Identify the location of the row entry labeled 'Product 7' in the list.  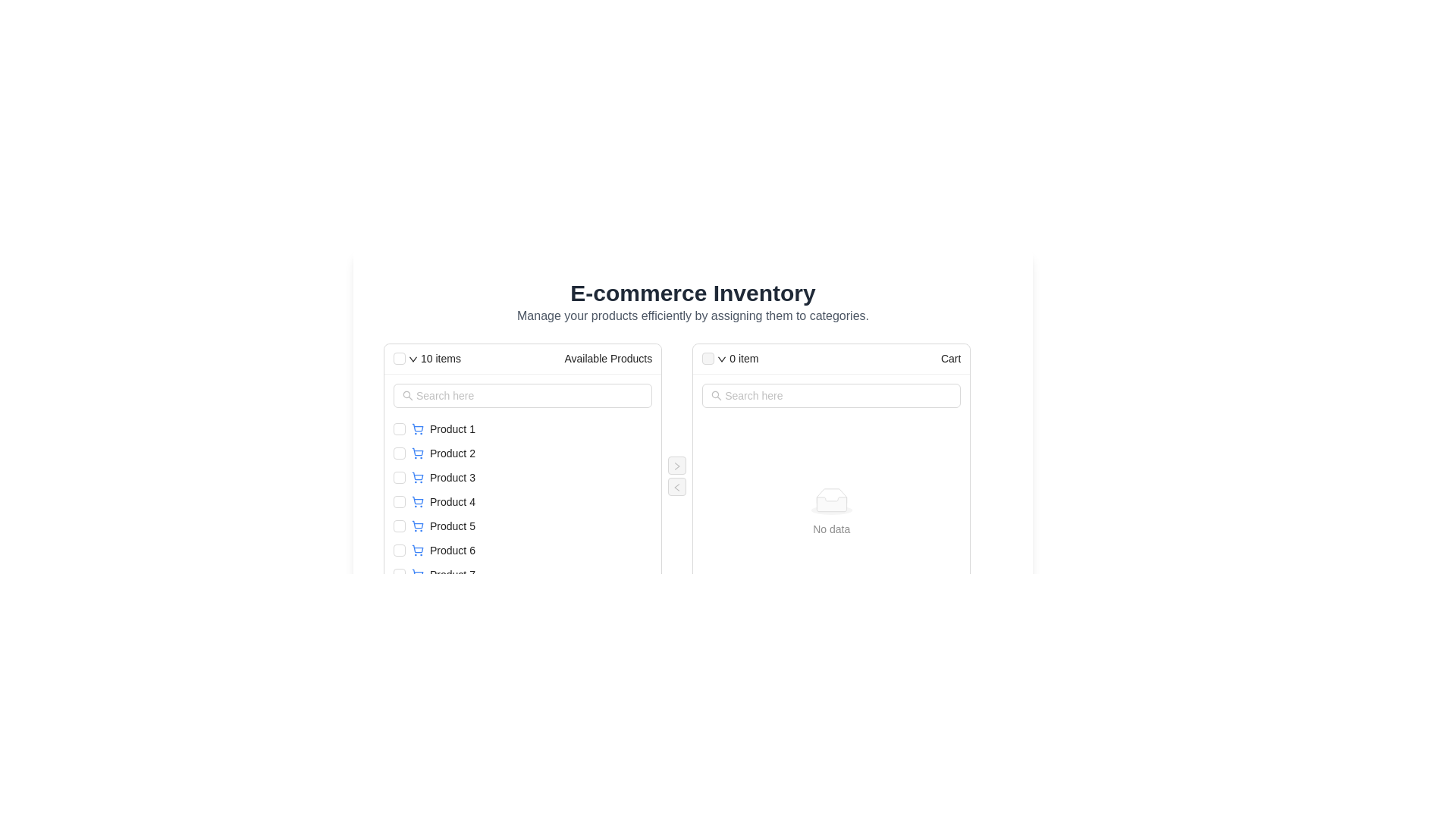
(522, 575).